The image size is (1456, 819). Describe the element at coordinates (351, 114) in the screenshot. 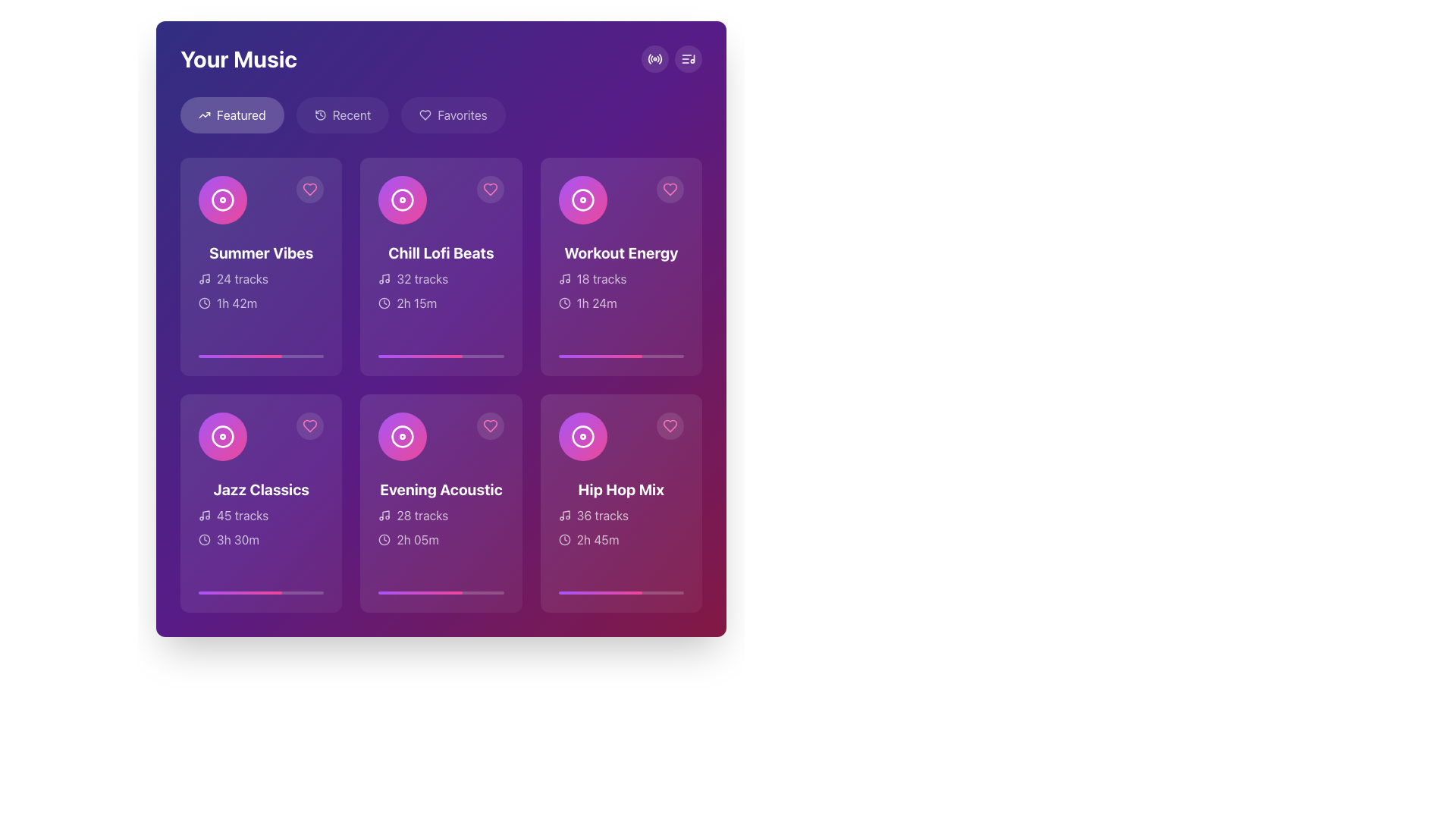

I see `the 'Recent' text within the second button in the horizontal list of three buttons` at that location.